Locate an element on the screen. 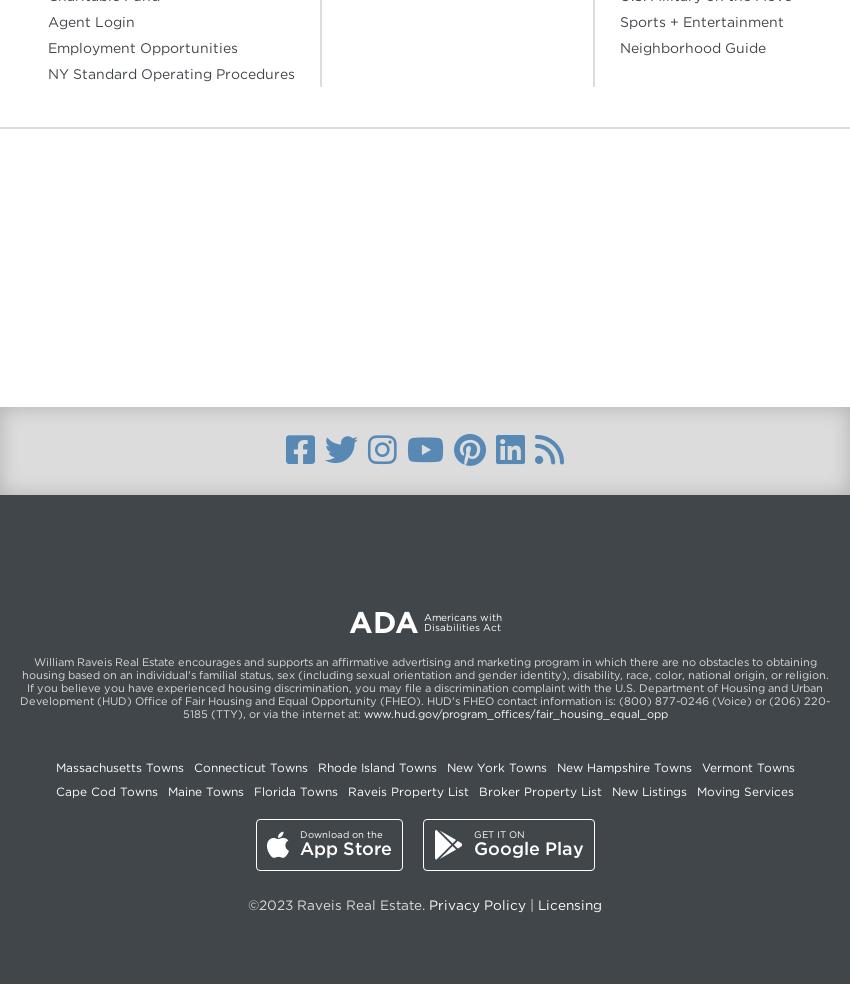  'NY Standard Operating Procedures' is located at coordinates (170, 72).